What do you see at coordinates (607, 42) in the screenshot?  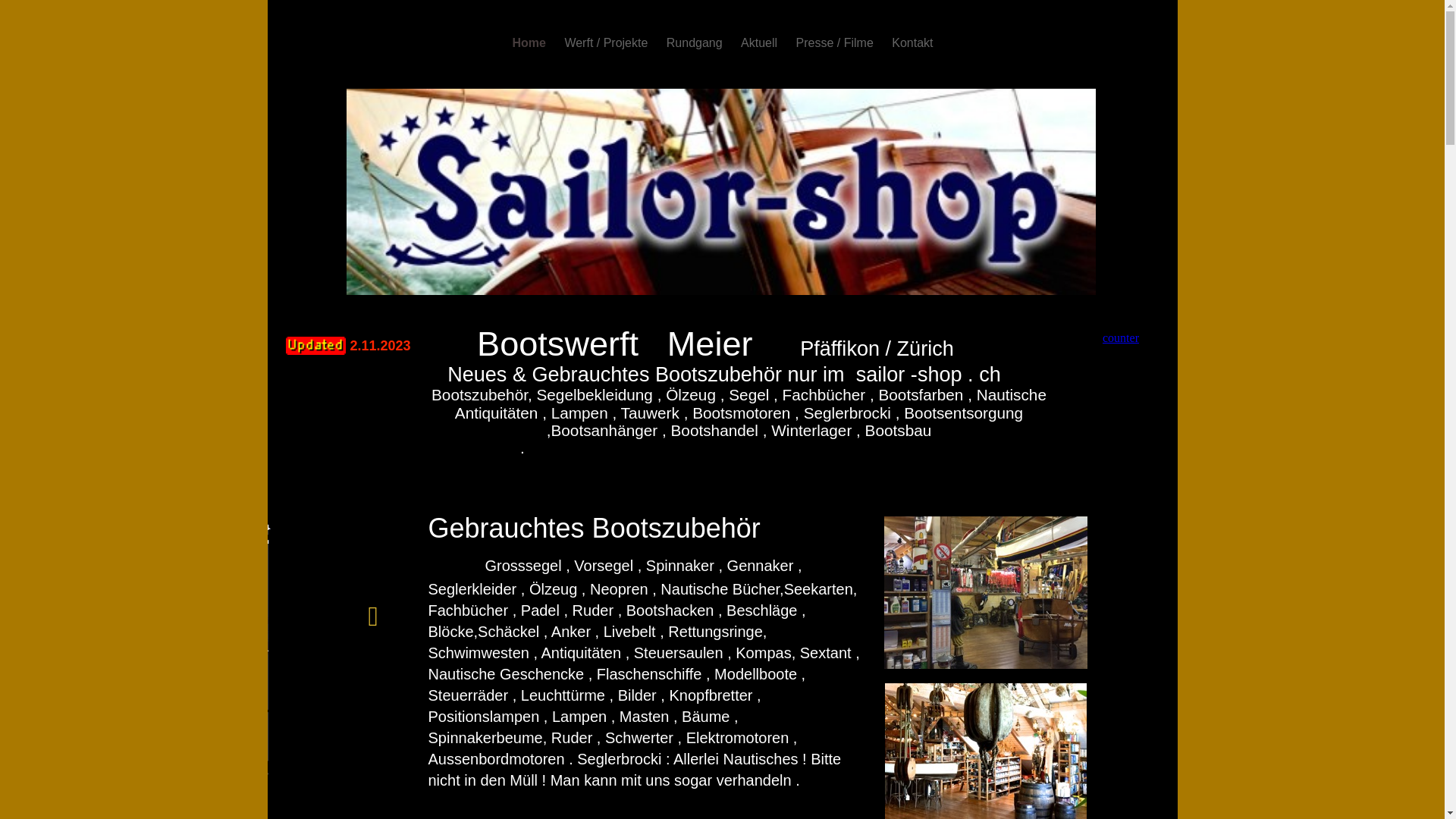 I see `'Werft / Projekte'` at bounding box center [607, 42].